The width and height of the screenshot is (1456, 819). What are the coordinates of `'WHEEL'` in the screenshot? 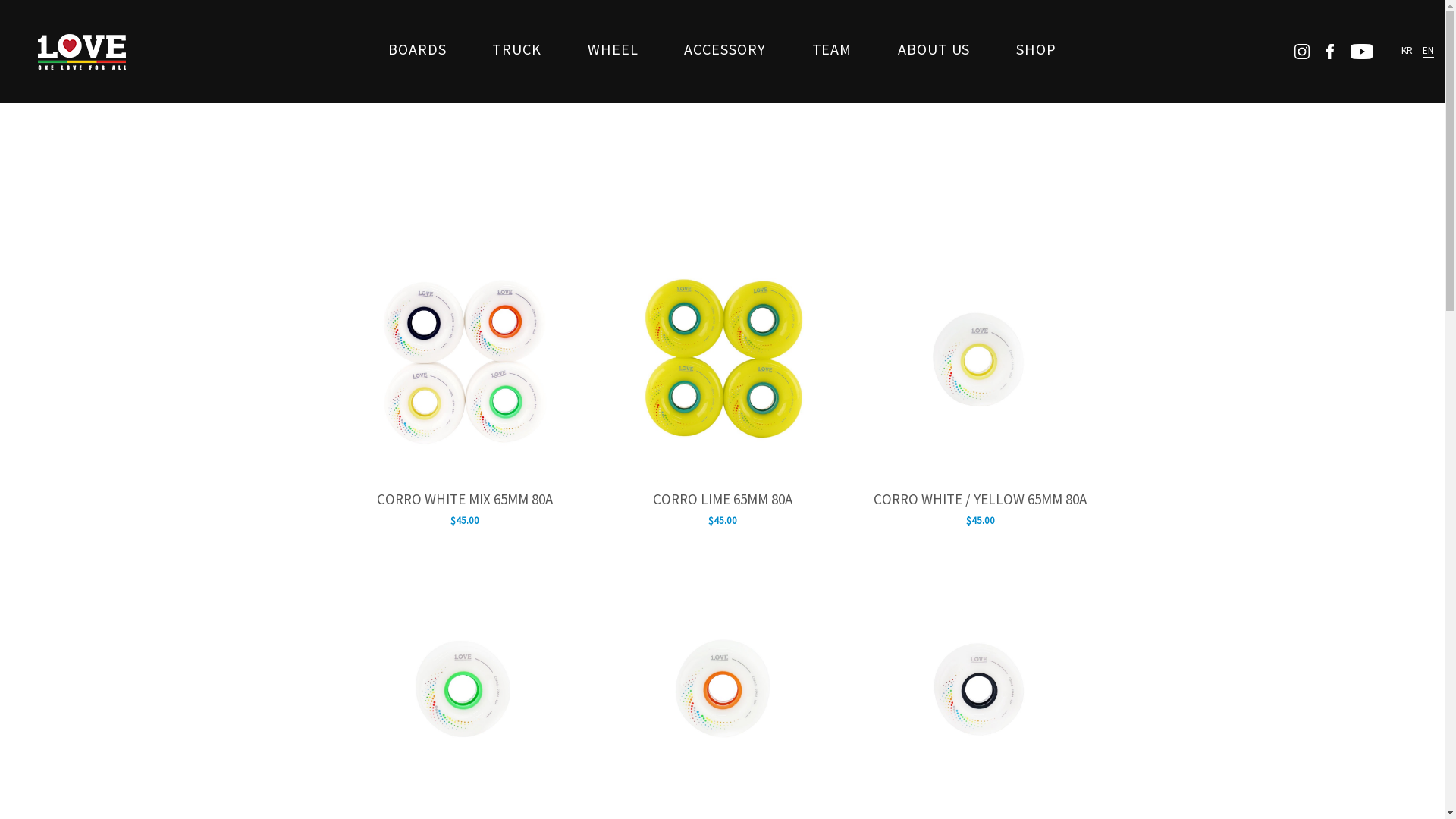 It's located at (578, 49).